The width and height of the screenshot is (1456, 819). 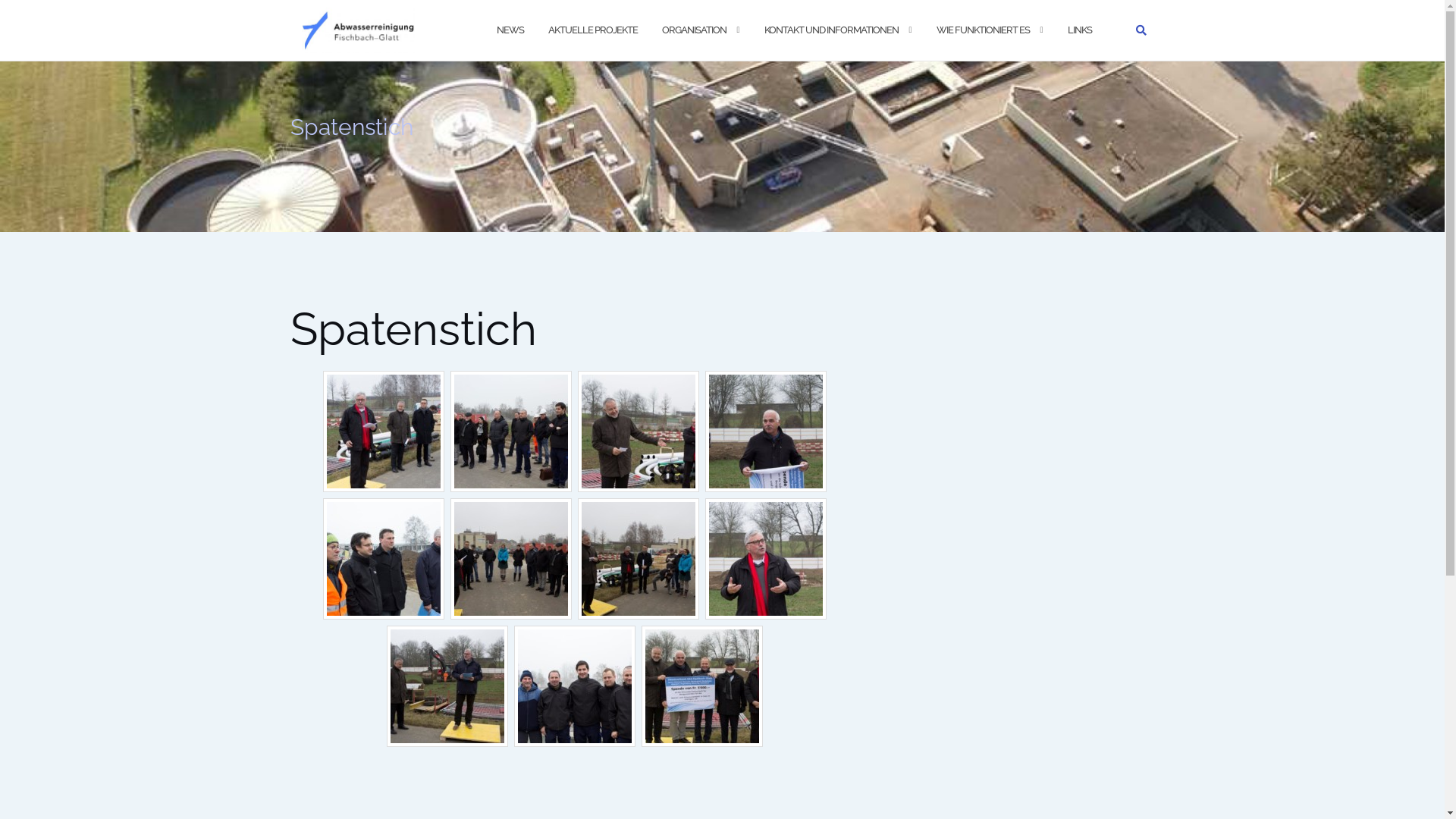 What do you see at coordinates (982, 30) in the screenshot?
I see `'WIE FUNKTIONIERT ES'` at bounding box center [982, 30].